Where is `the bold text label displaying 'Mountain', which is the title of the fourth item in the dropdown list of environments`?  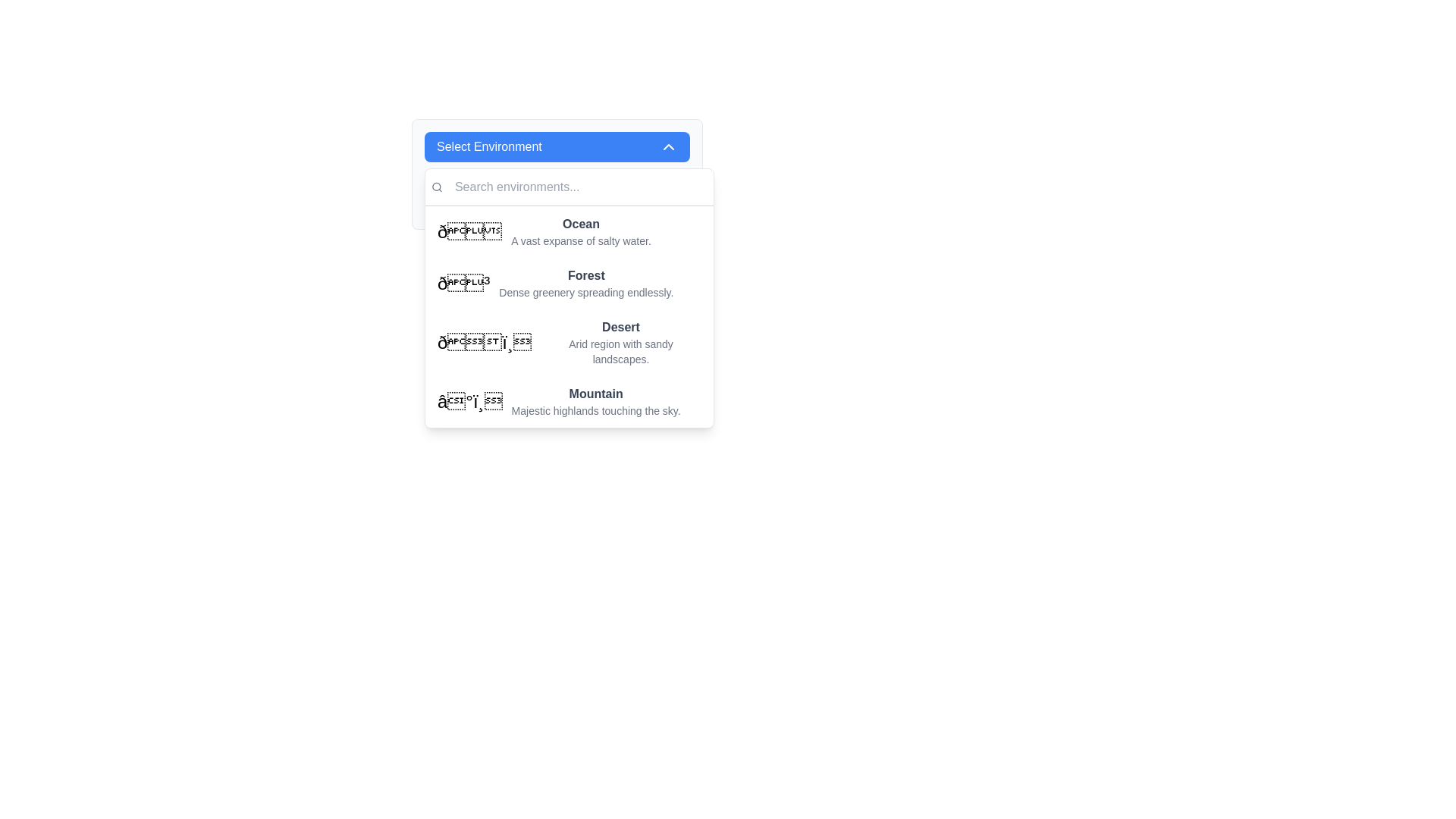
the bold text label displaying 'Mountain', which is the title of the fourth item in the dropdown list of environments is located at coordinates (595, 394).